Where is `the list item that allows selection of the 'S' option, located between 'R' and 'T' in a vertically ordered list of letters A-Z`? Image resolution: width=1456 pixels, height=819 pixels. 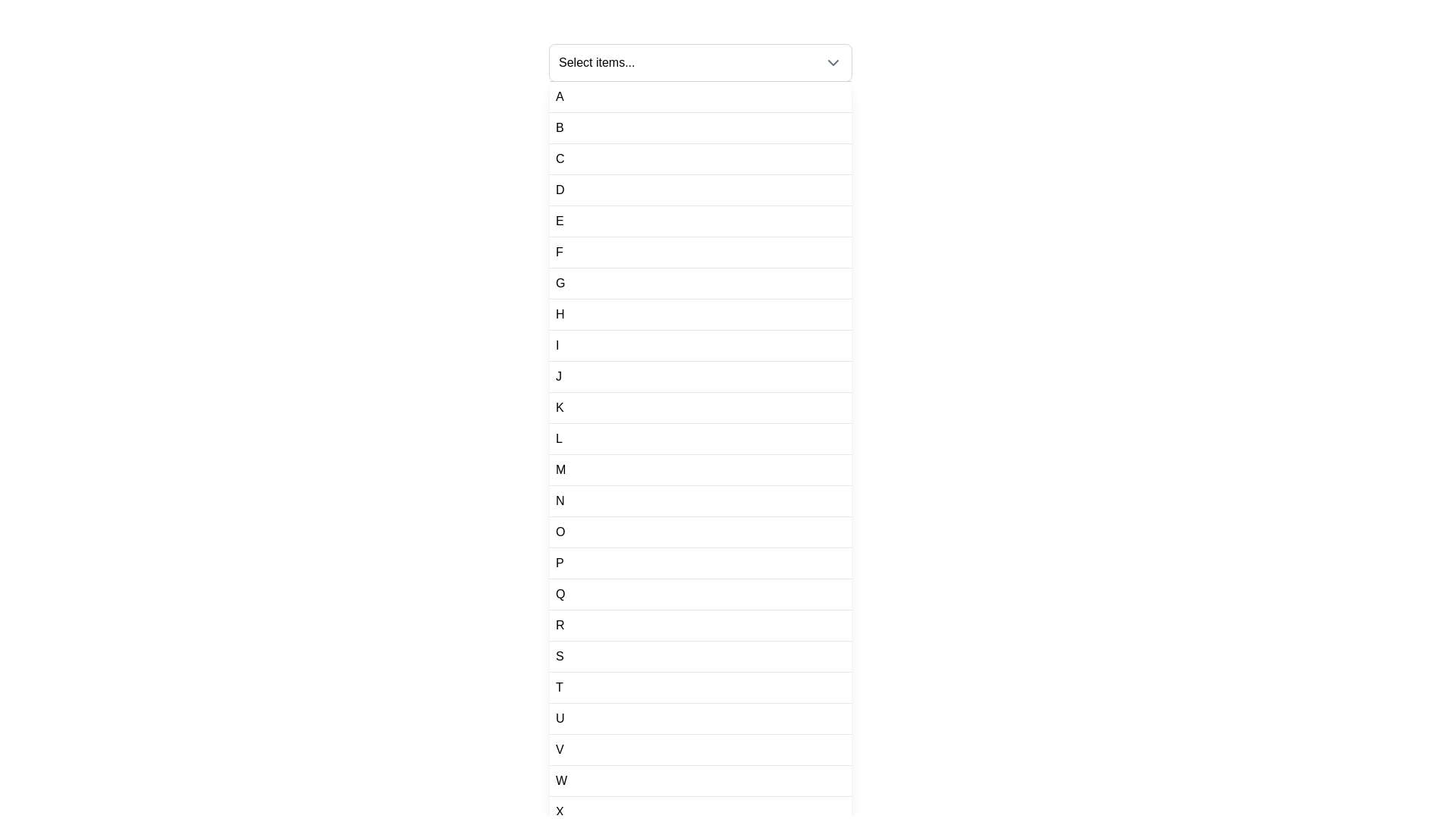 the list item that allows selection of the 'S' option, located between 'R' and 'T' in a vertically ordered list of letters A-Z is located at coordinates (700, 656).